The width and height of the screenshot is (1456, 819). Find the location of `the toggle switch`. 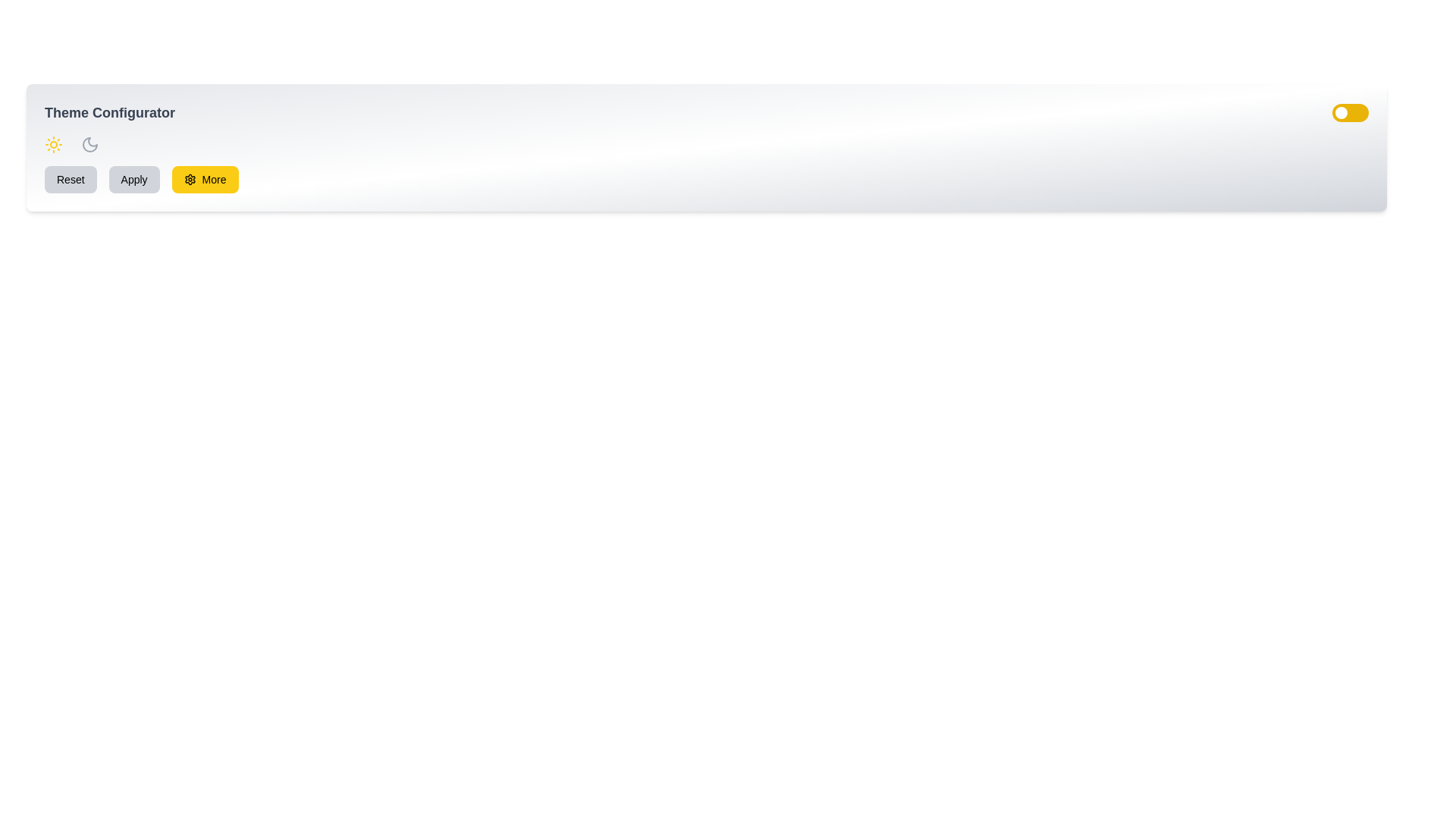

the toggle switch is located at coordinates (1338, 112).